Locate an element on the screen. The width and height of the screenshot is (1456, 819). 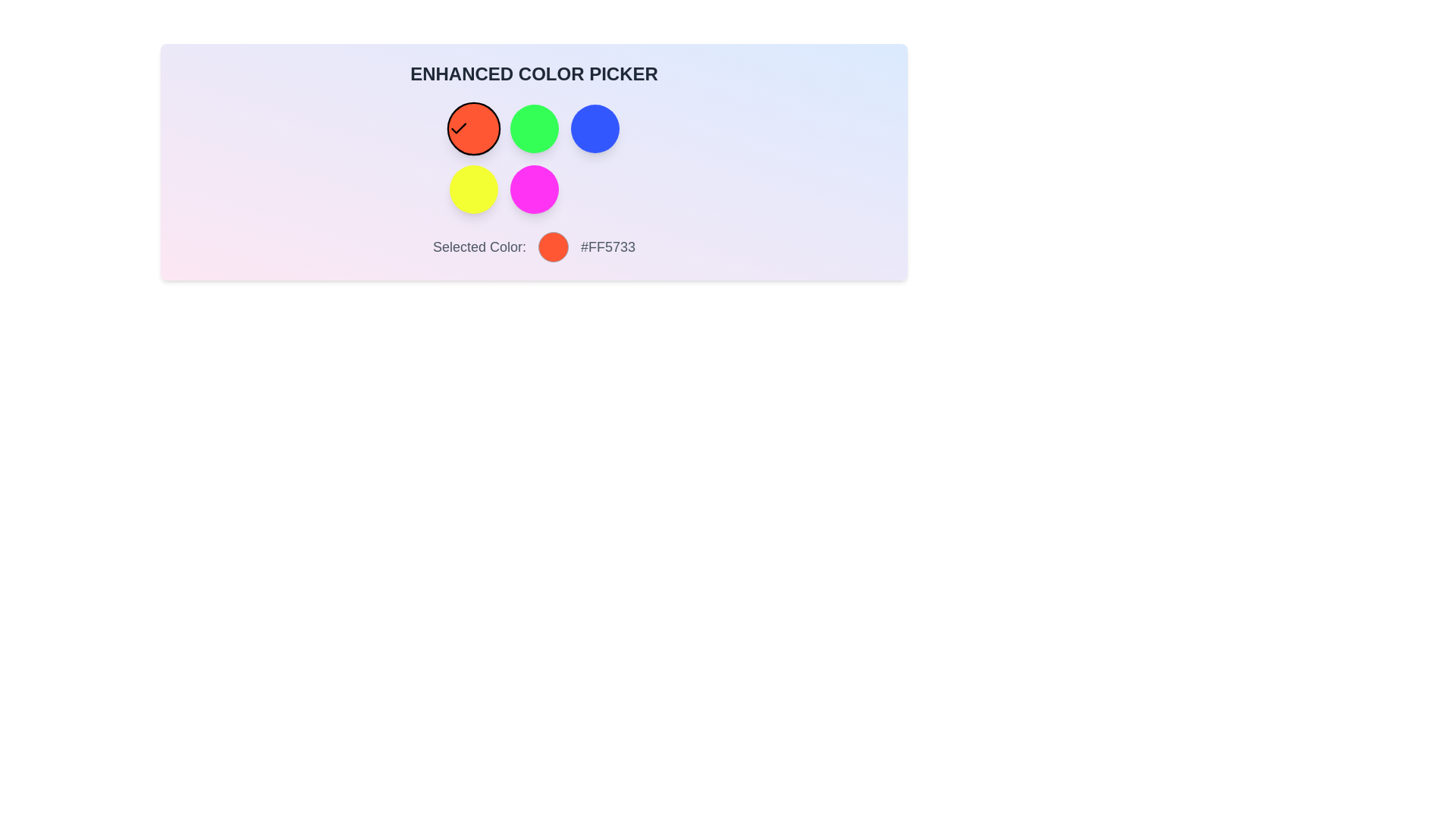
the circular button with a bright yellow background located in the second row and first column of a grid layout is located at coordinates (472, 189).